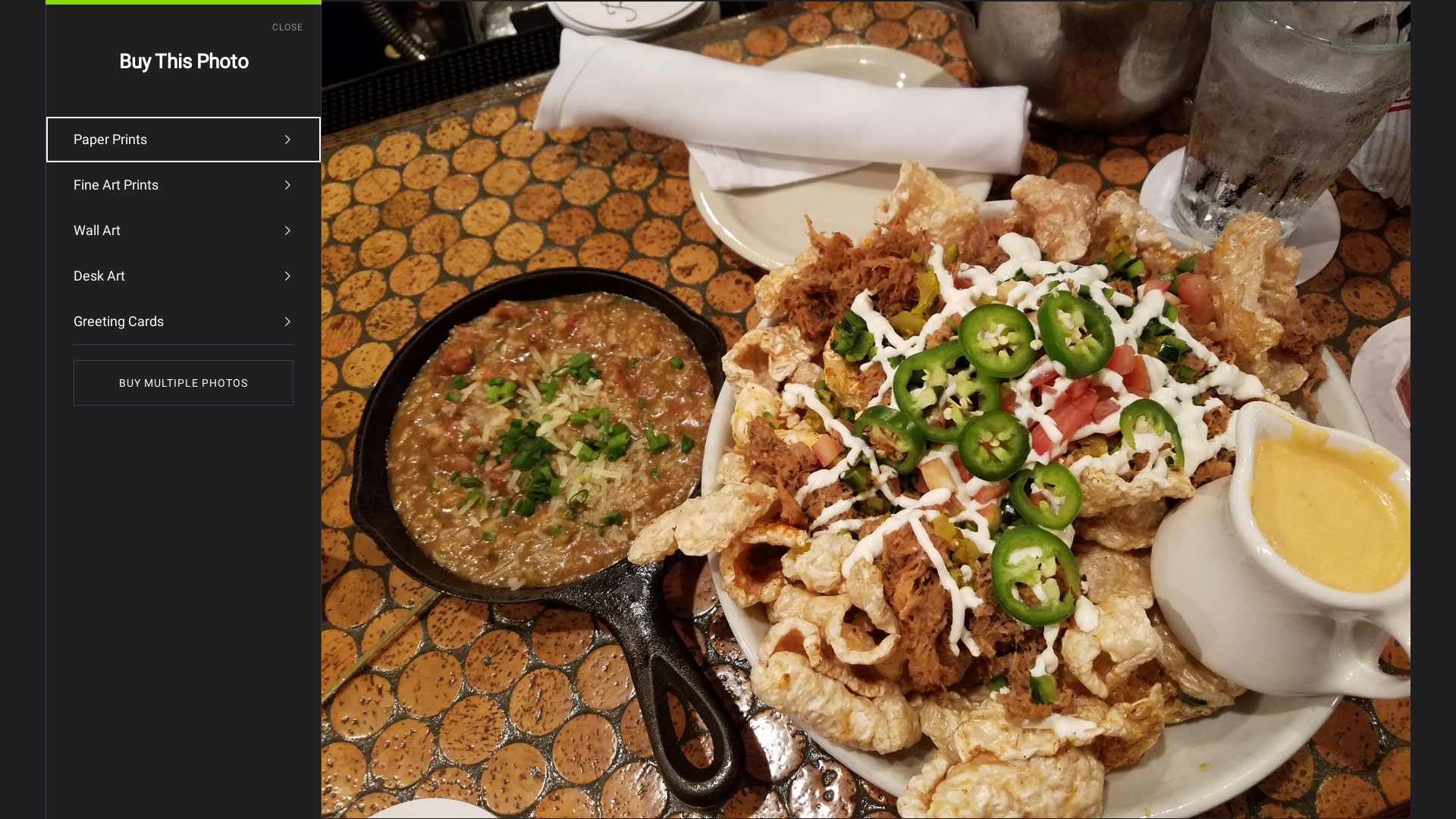 This screenshot has height=819, width=1456. What do you see at coordinates (58, 23) in the screenshot?
I see `'SmugMug'` at bounding box center [58, 23].